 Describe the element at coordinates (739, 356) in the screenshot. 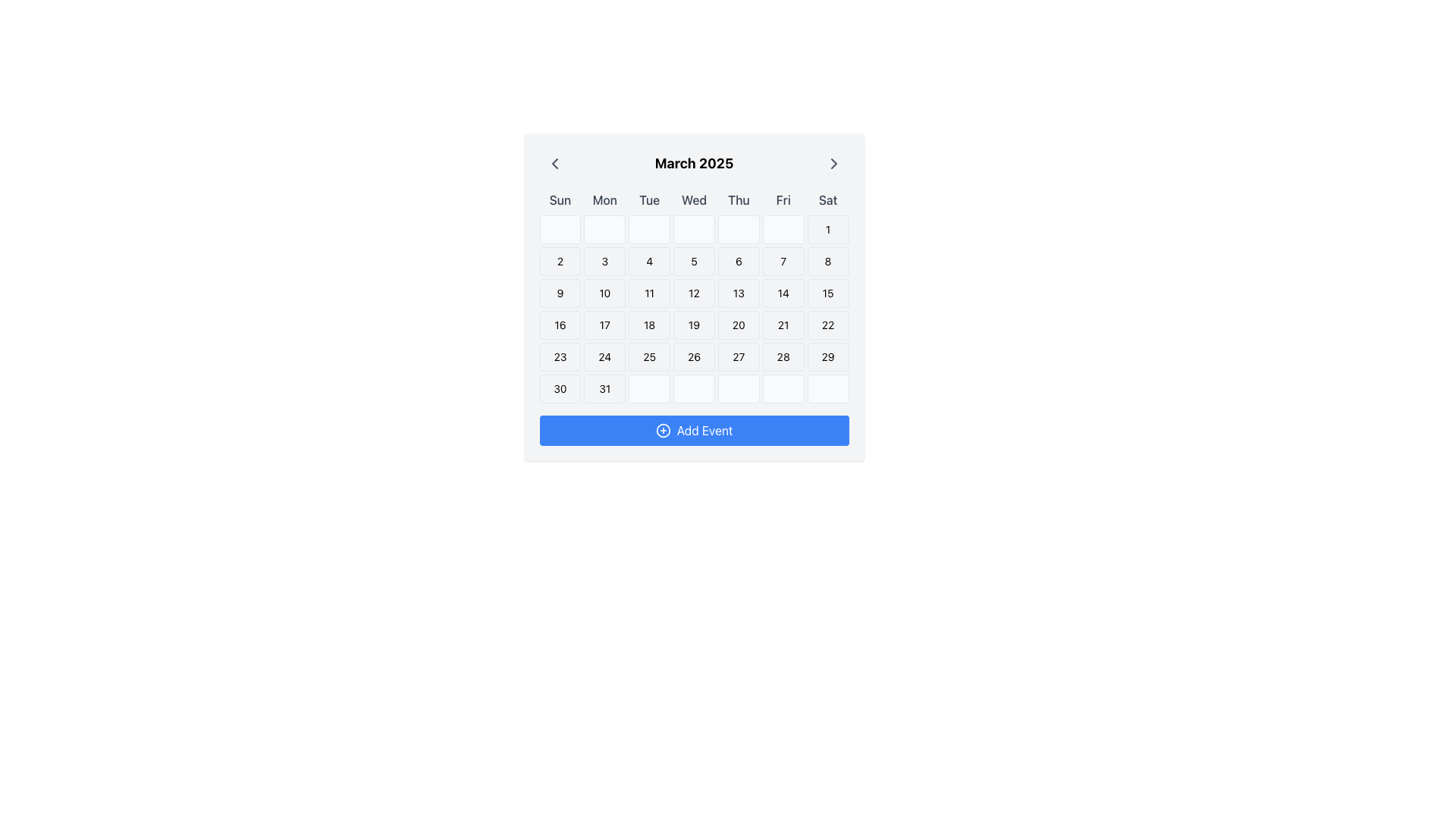

I see `the clickable calendar day entry representing the date '27'` at that location.